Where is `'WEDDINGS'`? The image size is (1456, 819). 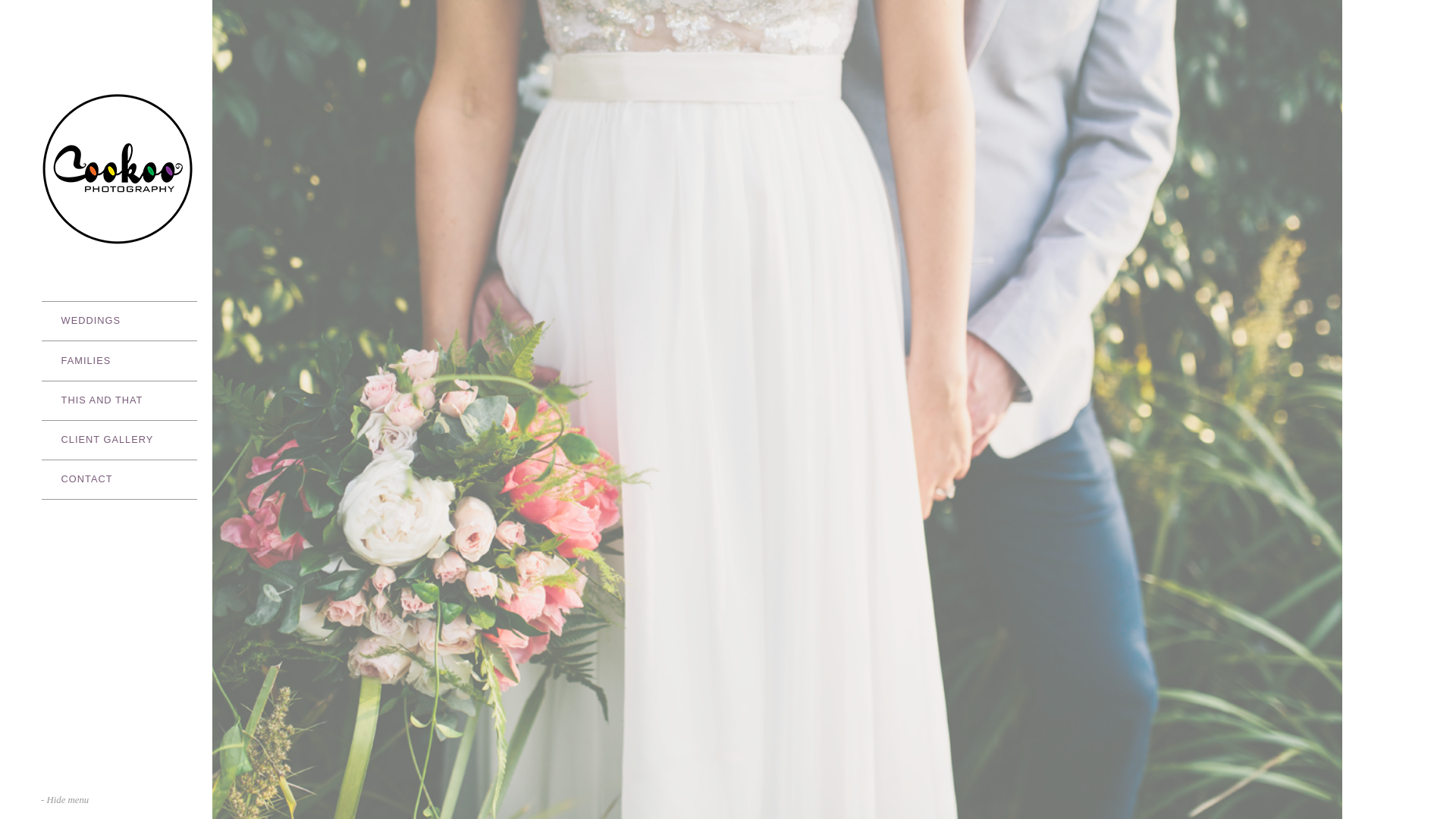 'WEDDINGS' is located at coordinates (118, 320).